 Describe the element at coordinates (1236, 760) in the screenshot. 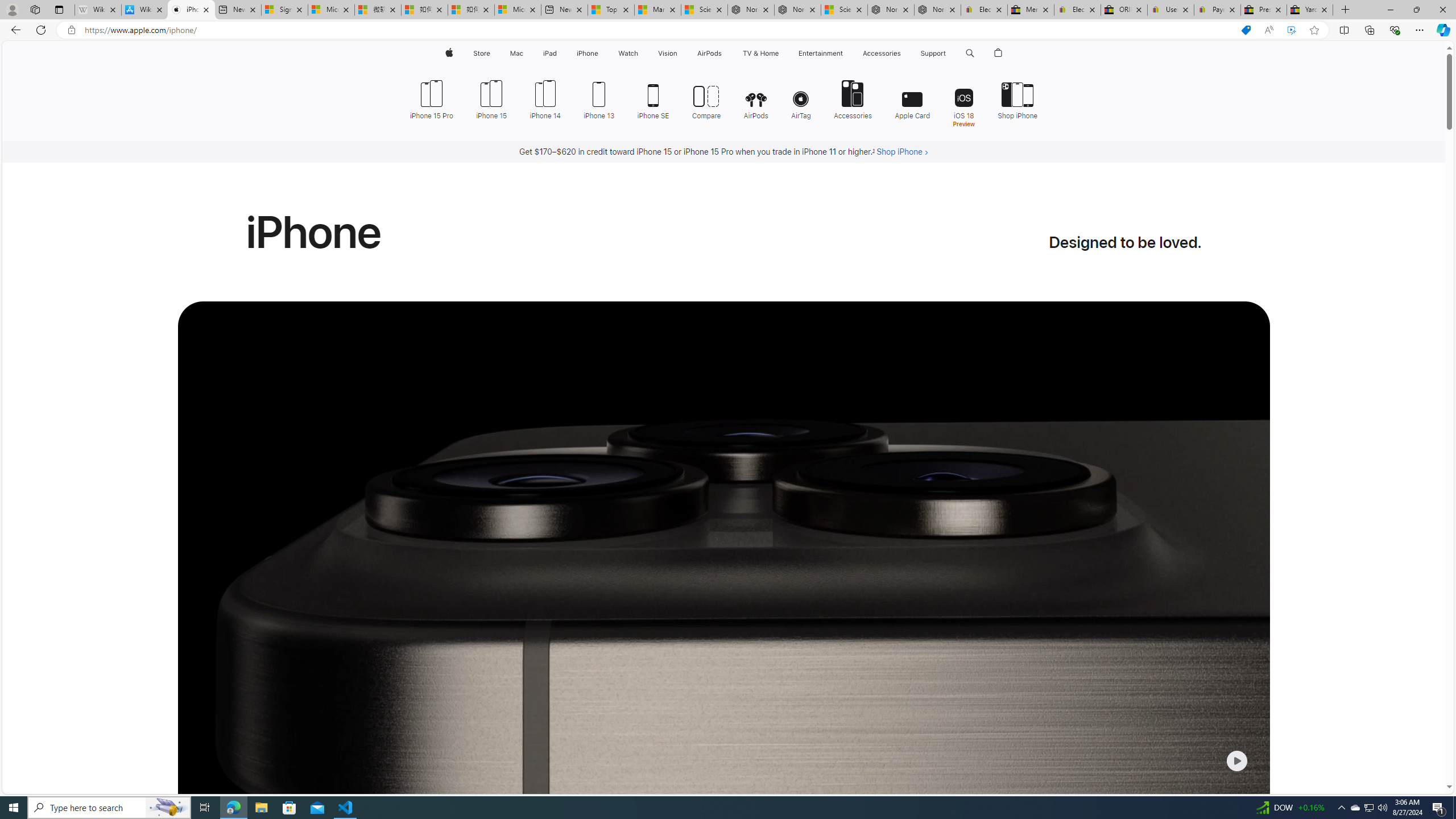

I see `'Class: control-centered-small-icon'` at that location.